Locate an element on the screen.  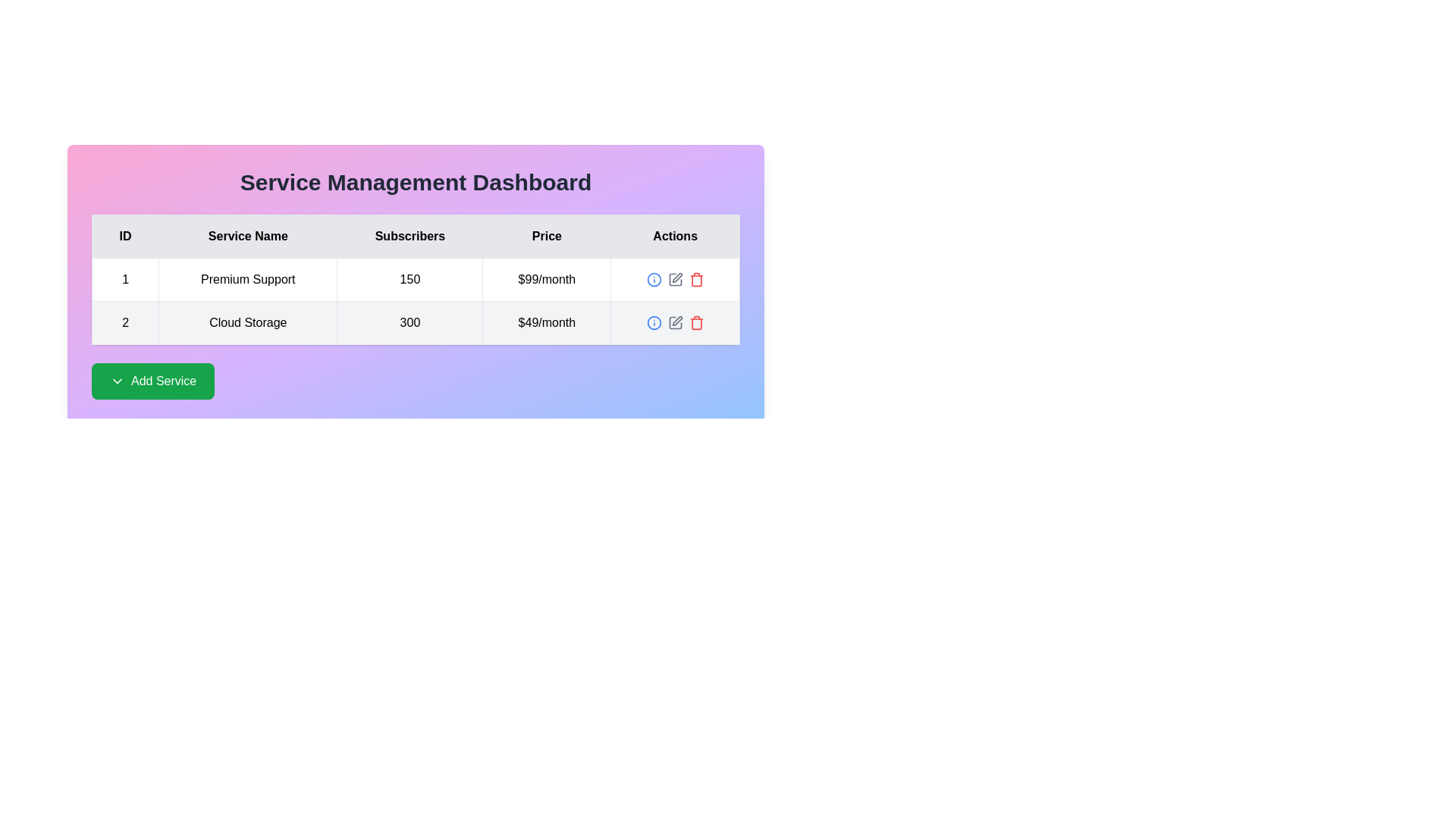
text content of the Static textual table cell displaying 'Premium Support', which is the second cell in the first row under the 'Service Name' column is located at coordinates (248, 280).